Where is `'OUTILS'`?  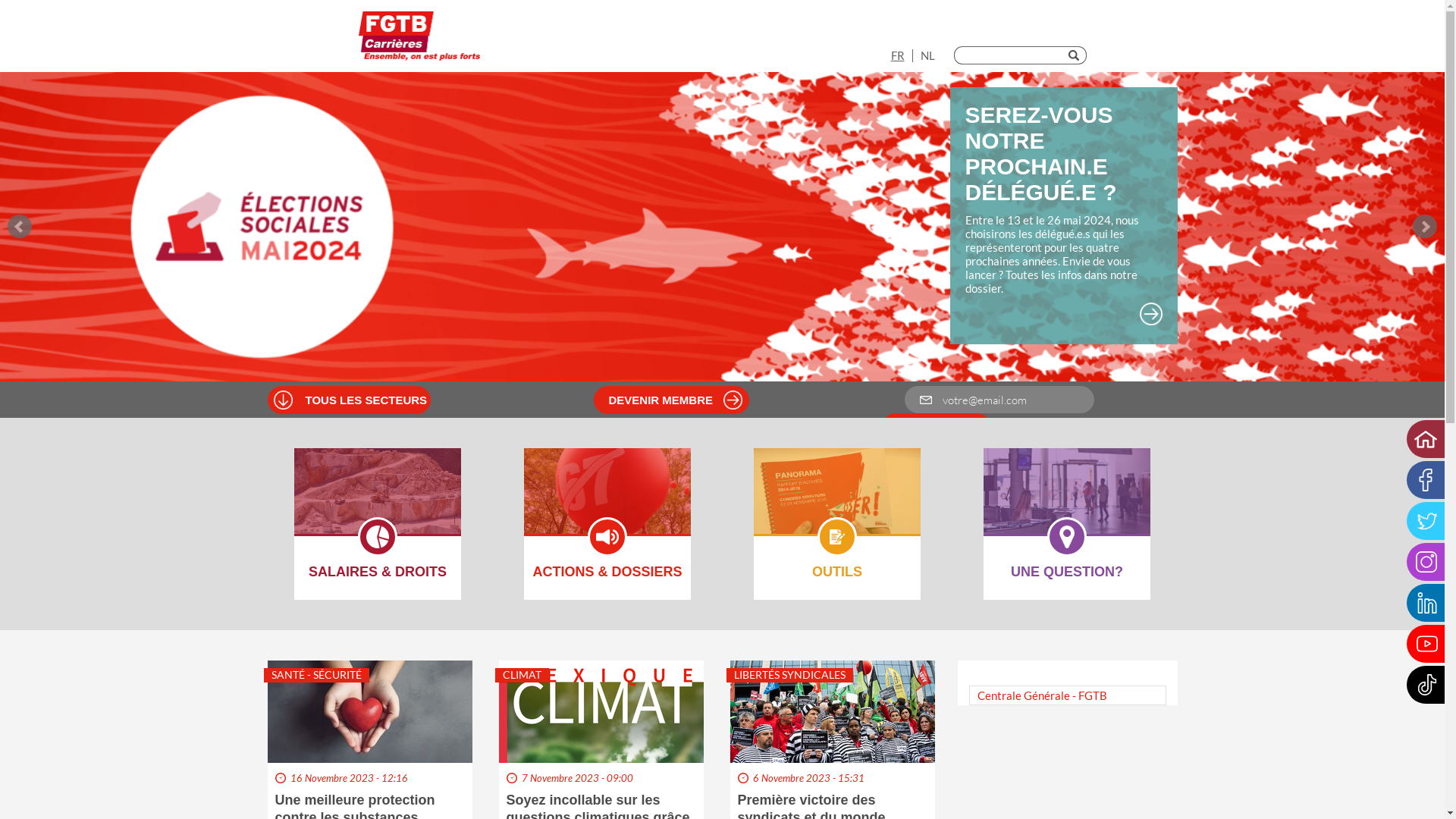
'OUTILS' is located at coordinates (836, 500).